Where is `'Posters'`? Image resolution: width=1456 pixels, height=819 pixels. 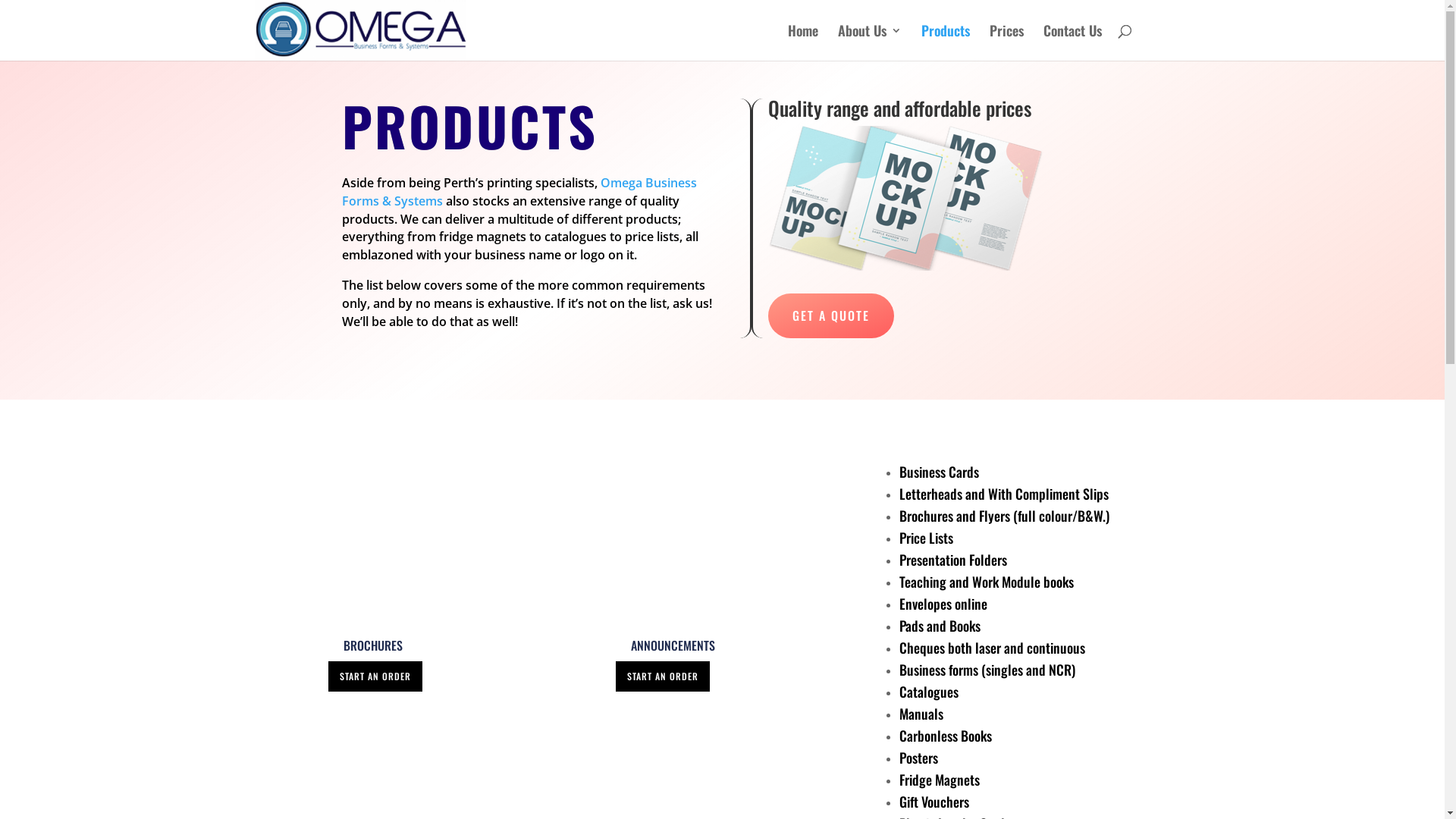 'Posters' is located at coordinates (918, 758).